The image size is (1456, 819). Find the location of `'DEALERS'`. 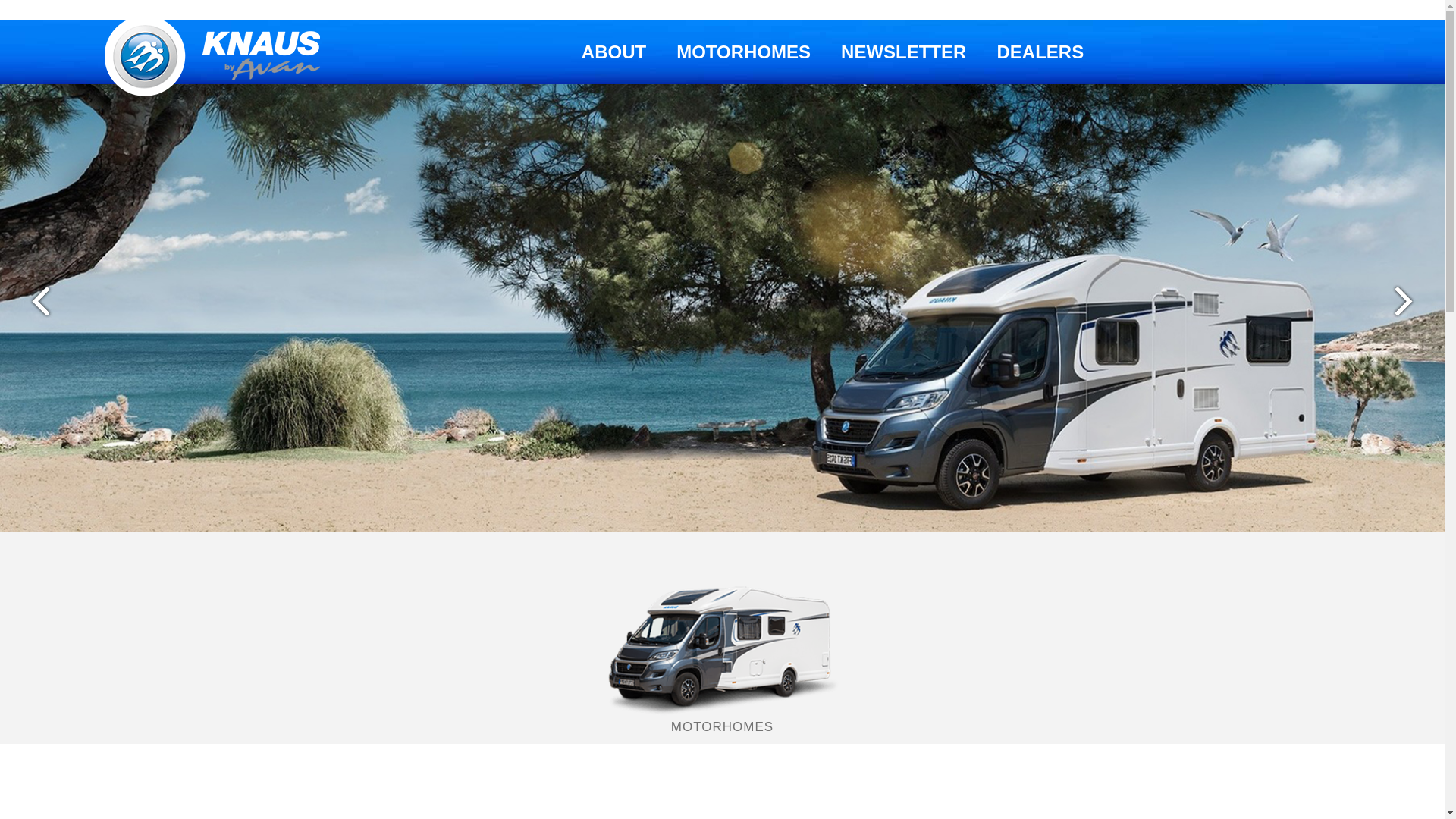

'DEALERS' is located at coordinates (981, 51).